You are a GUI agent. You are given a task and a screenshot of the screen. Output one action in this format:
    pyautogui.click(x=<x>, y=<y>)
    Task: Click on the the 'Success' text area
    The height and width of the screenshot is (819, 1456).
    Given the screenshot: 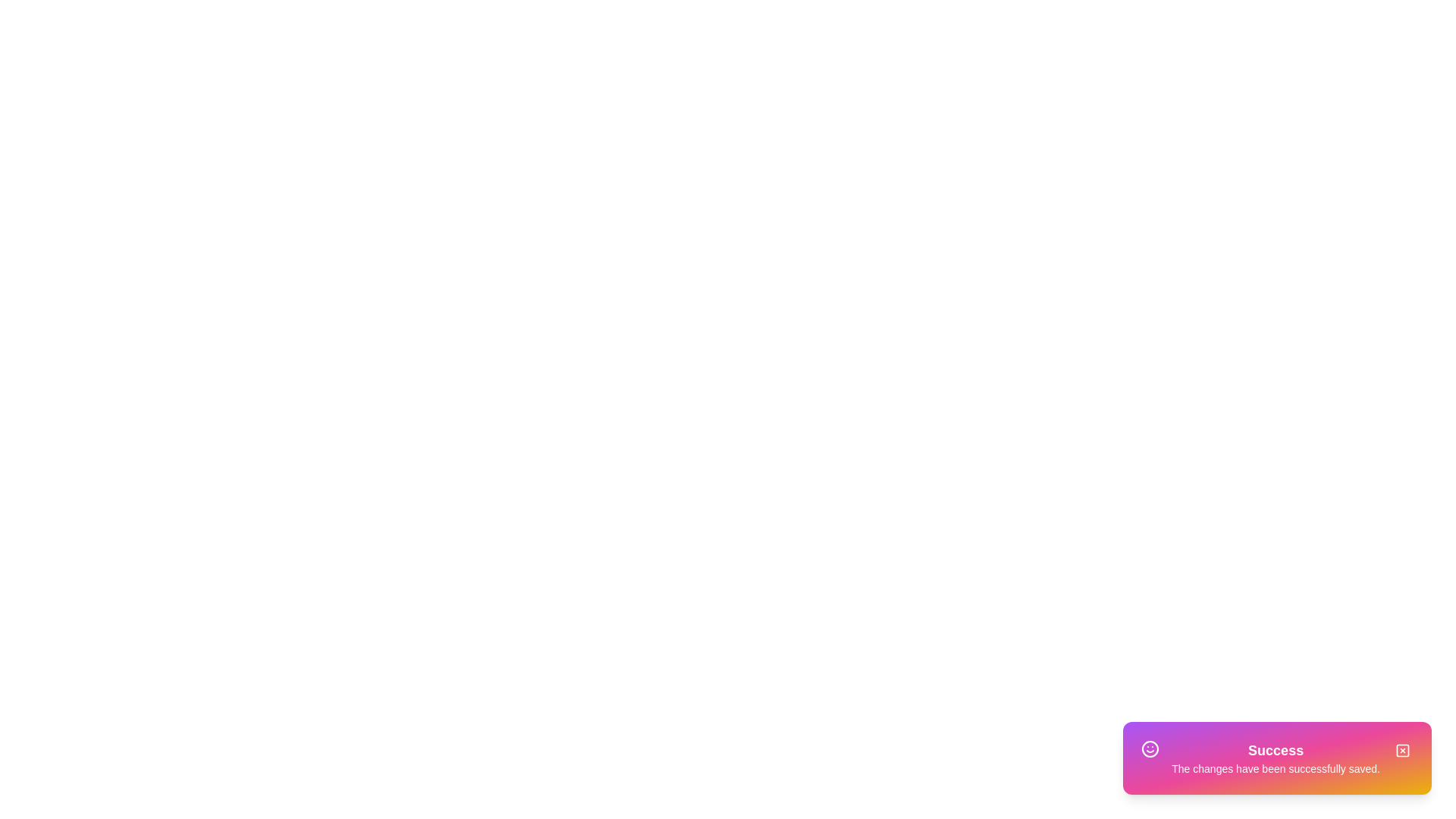 What is the action you would take?
    pyautogui.click(x=1274, y=751)
    